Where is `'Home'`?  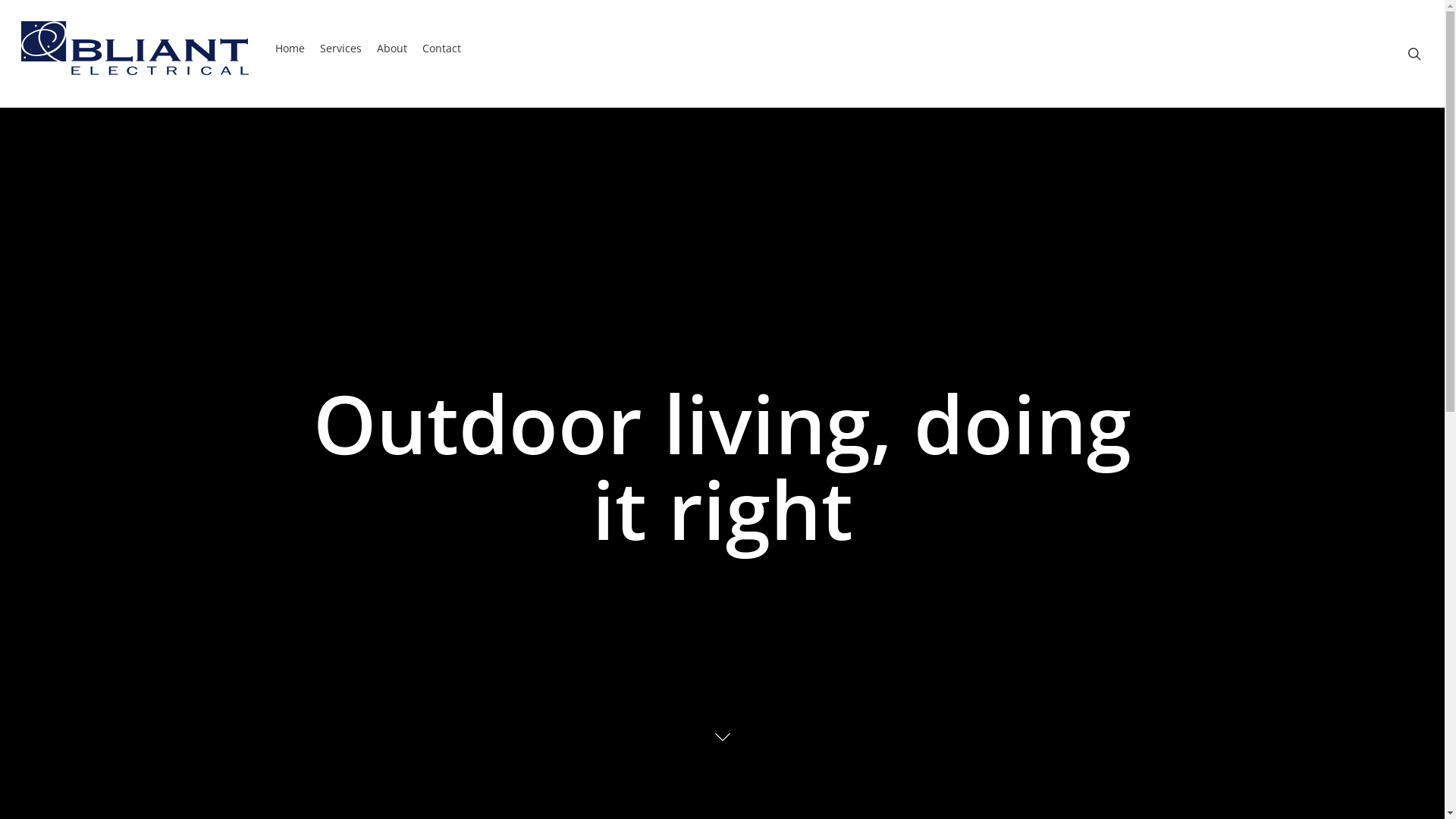 'Home' is located at coordinates (290, 53).